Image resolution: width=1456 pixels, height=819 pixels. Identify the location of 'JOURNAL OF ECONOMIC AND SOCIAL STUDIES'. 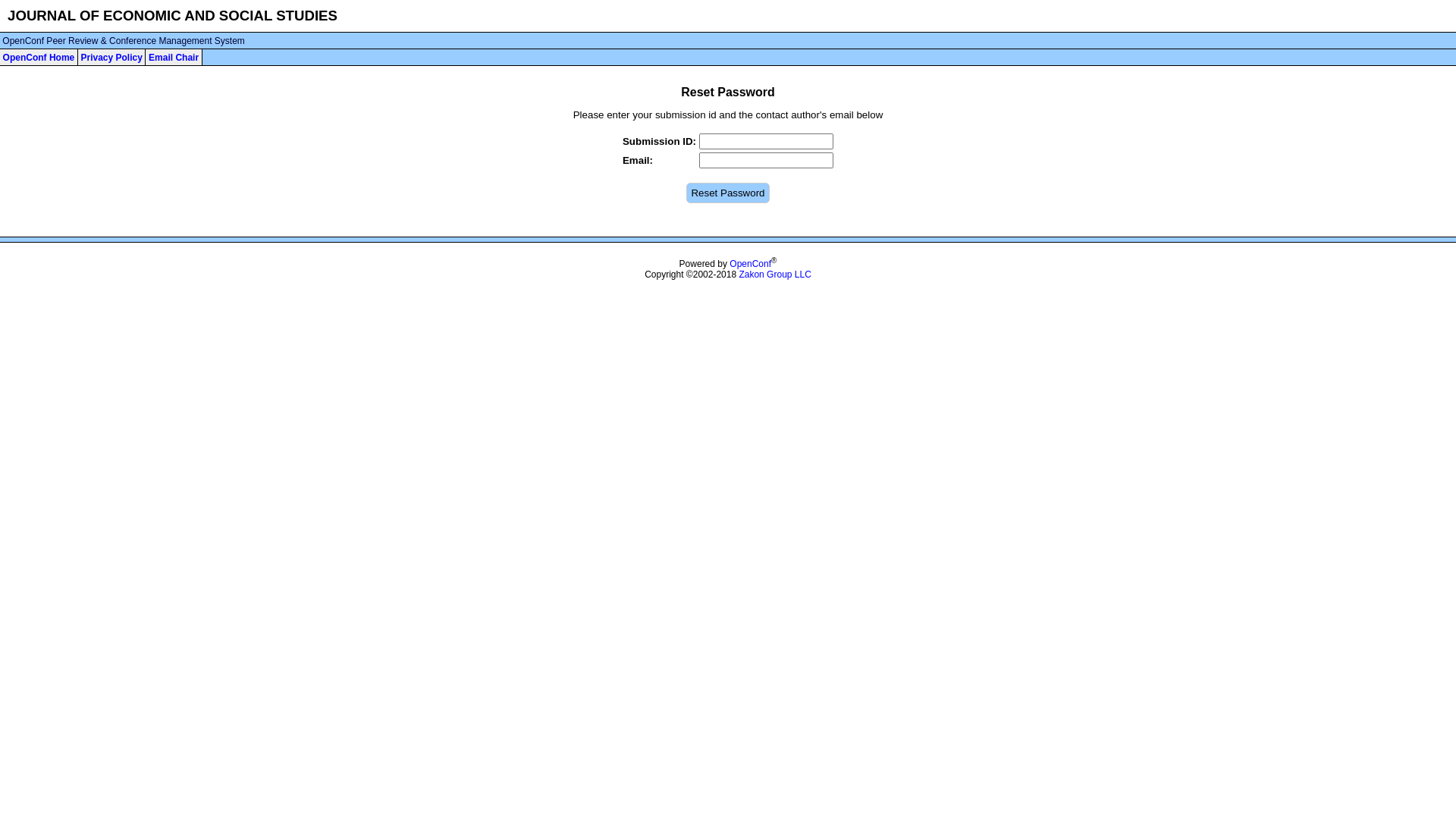
(7, 15).